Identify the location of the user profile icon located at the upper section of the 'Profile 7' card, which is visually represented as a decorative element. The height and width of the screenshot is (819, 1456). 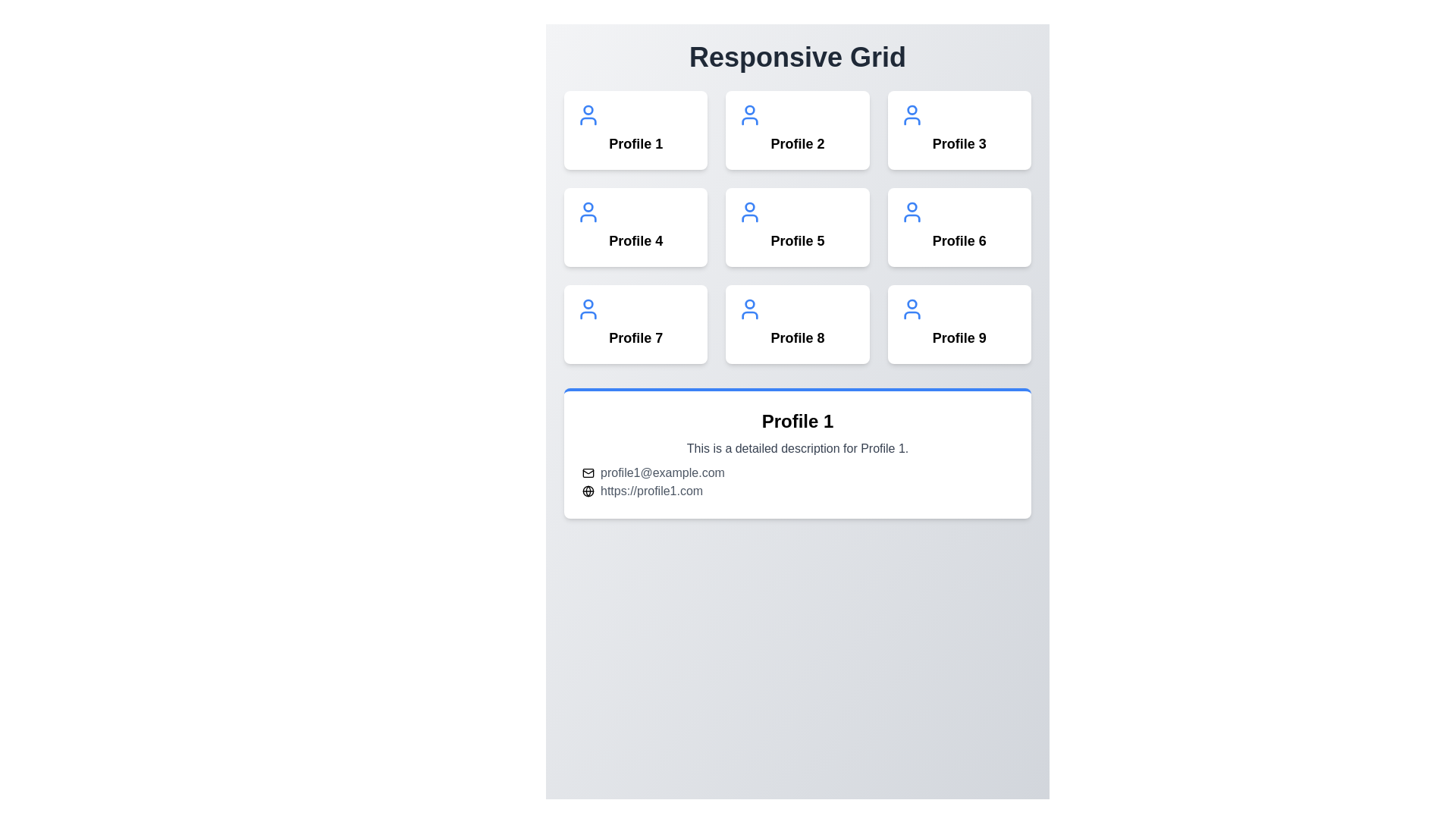
(588, 309).